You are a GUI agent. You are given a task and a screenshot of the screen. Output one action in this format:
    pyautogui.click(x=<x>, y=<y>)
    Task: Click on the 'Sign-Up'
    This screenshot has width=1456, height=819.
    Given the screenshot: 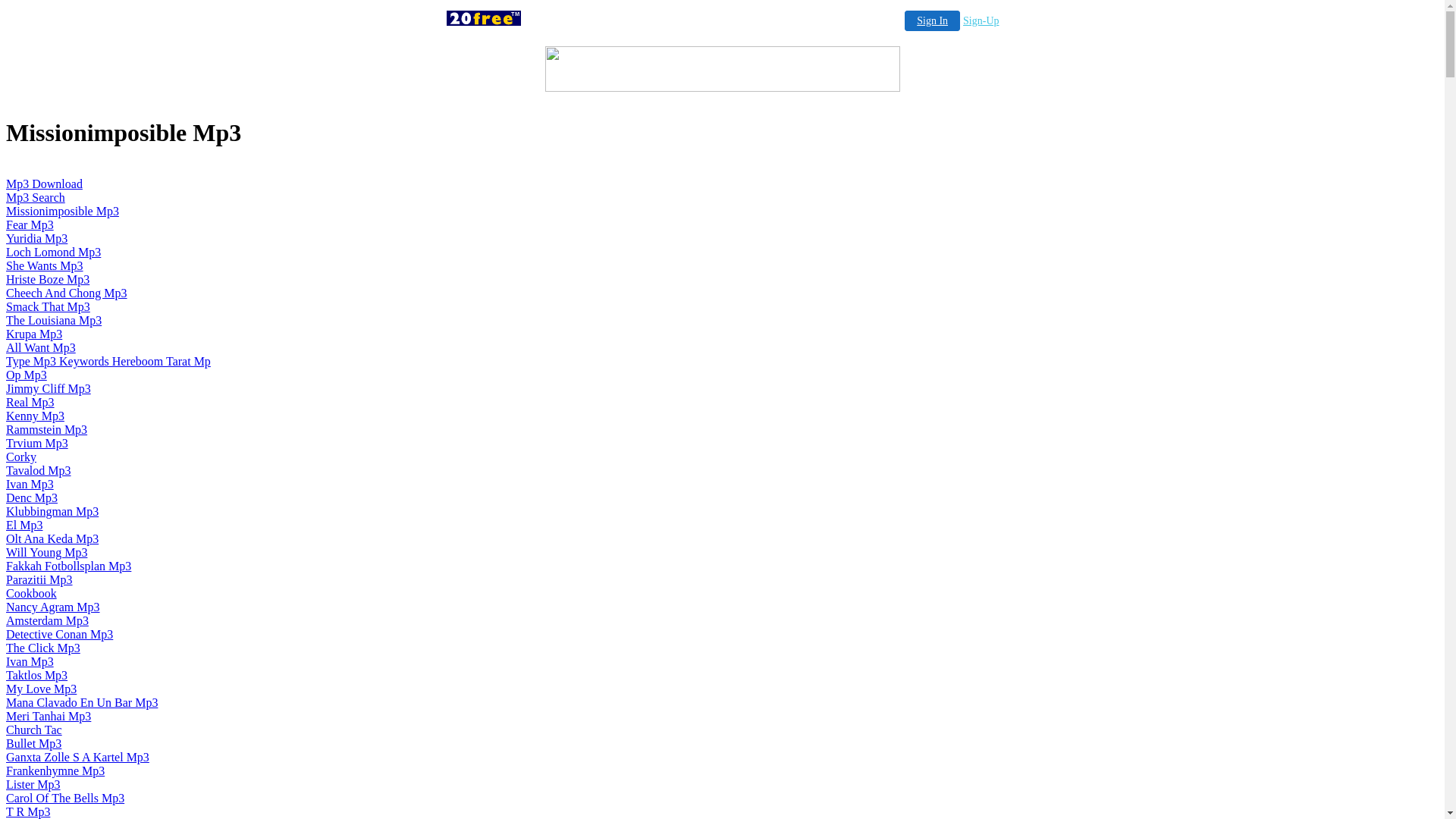 What is the action you would take?
    pyautogui.click(x=962, y=20)
    